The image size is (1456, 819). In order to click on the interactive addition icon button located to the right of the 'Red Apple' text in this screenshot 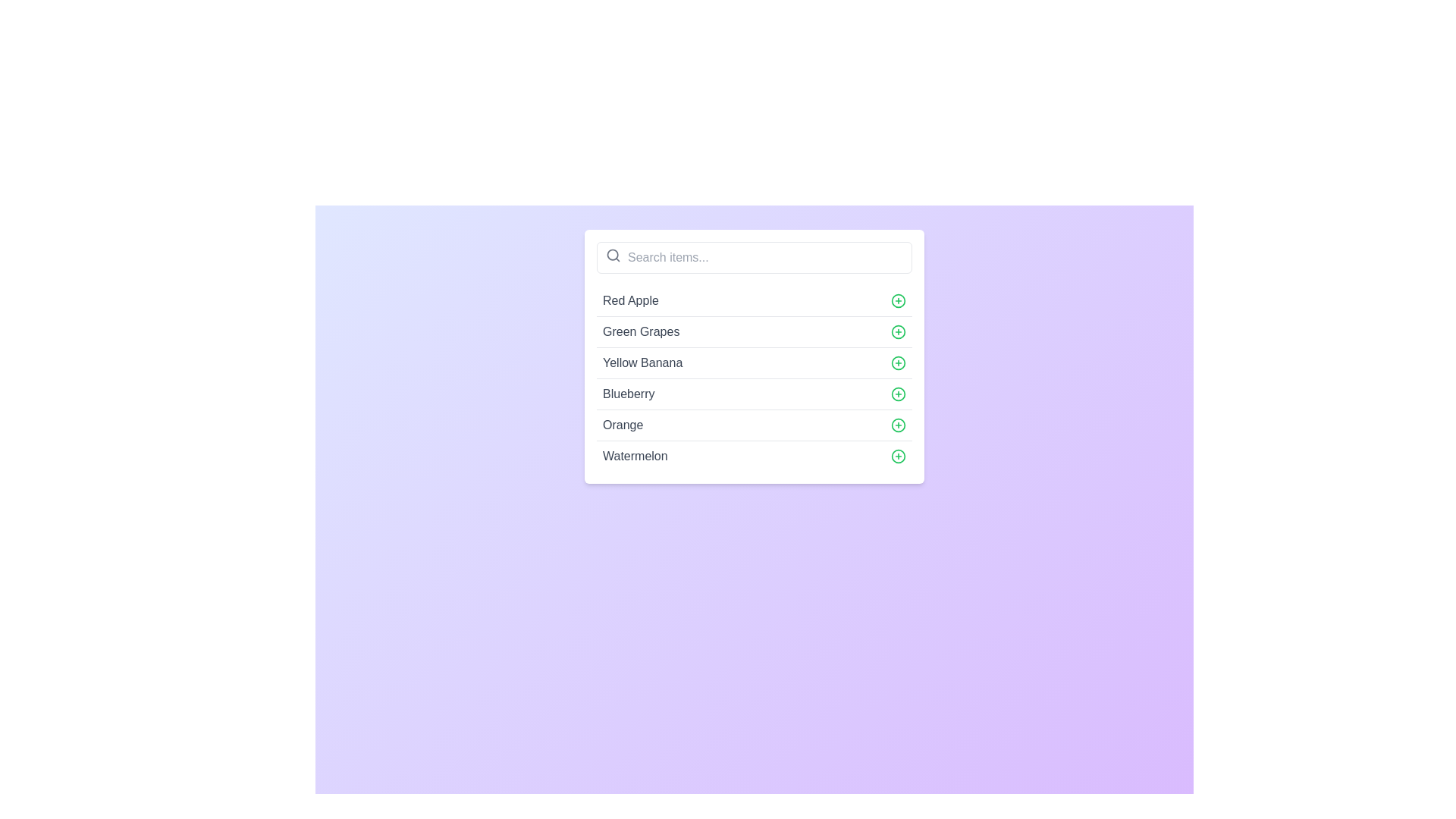, I will do `click(899, 301)`.